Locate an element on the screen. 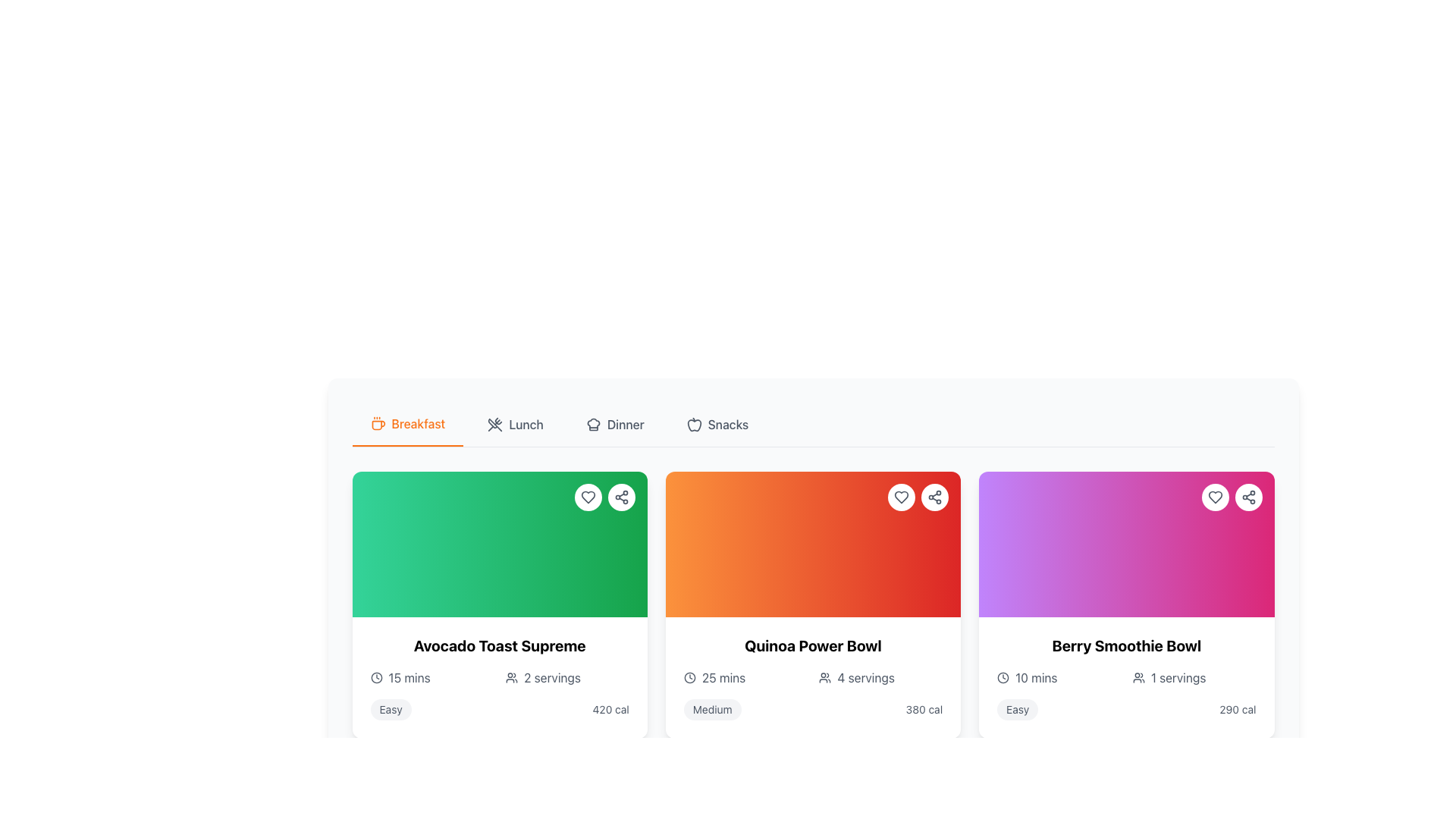  informational display containing metadata about the 'Berry Smoothie Bowl' recipe, located centrally below the title within the card is located at coordinates (1126, 677).